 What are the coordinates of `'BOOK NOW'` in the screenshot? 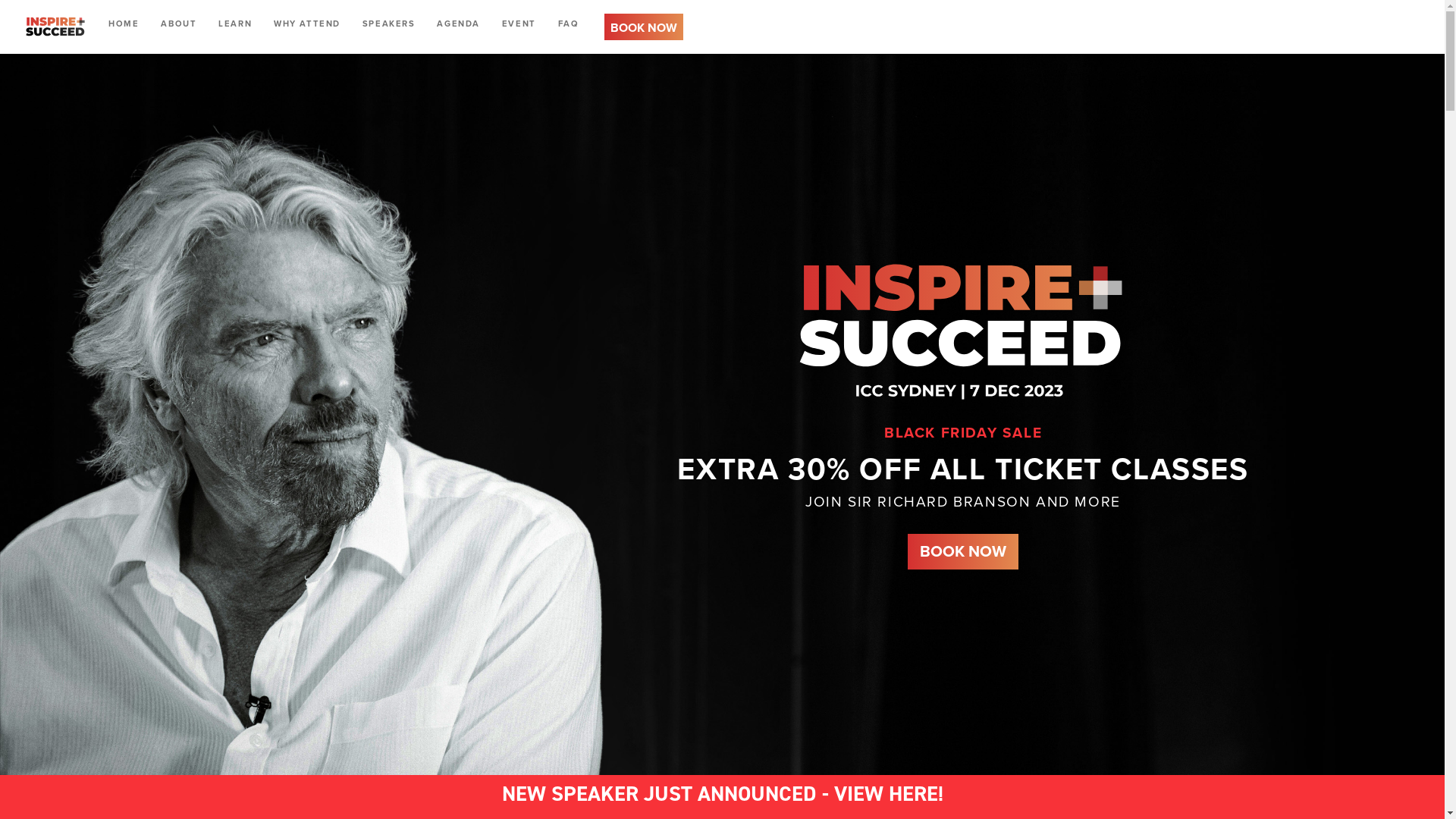 It's located at (644, 26).